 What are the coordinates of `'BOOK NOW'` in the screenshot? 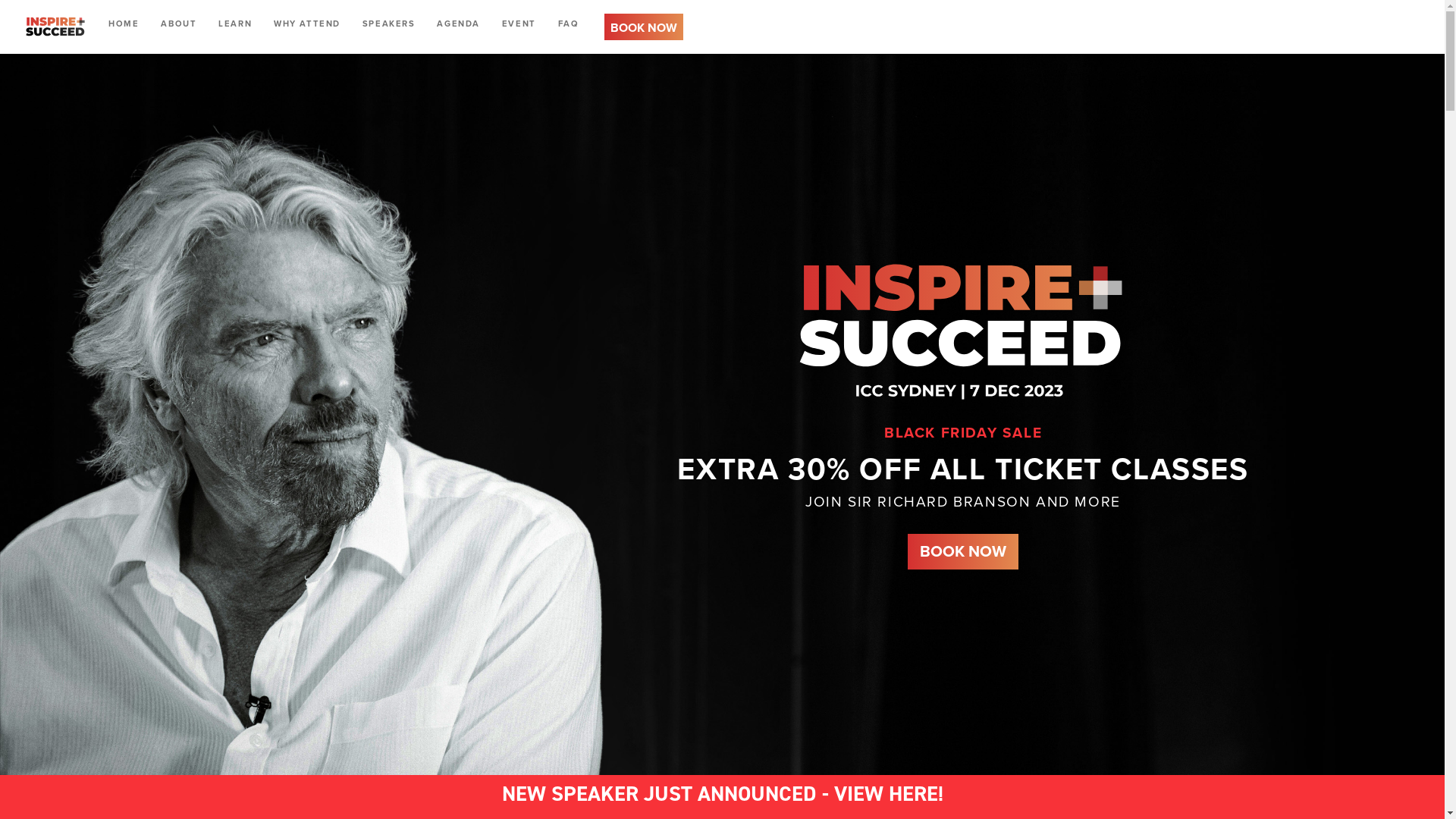 It's located at (644, 26).